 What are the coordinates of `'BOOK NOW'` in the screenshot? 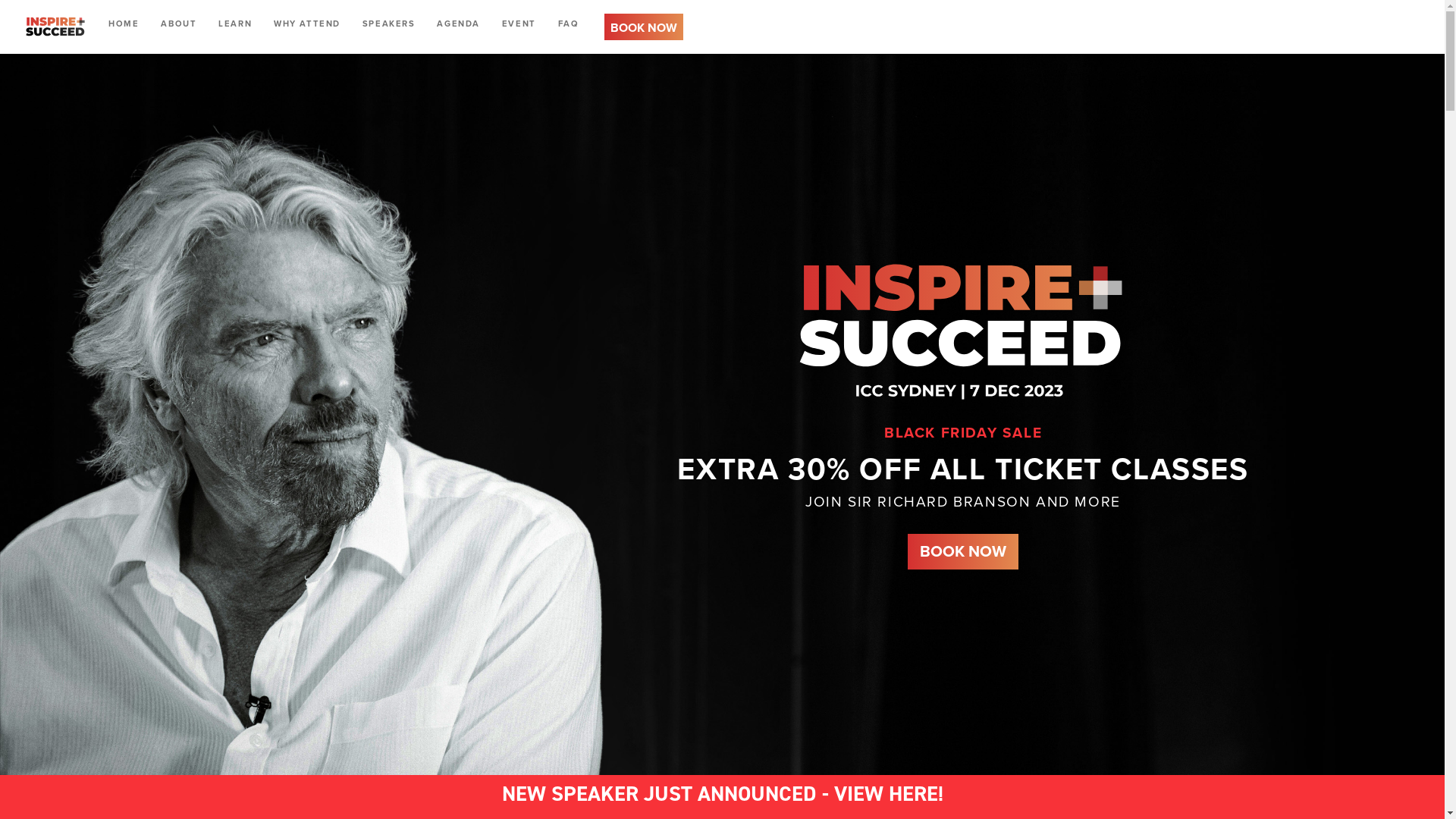 It's located at (644, 26).